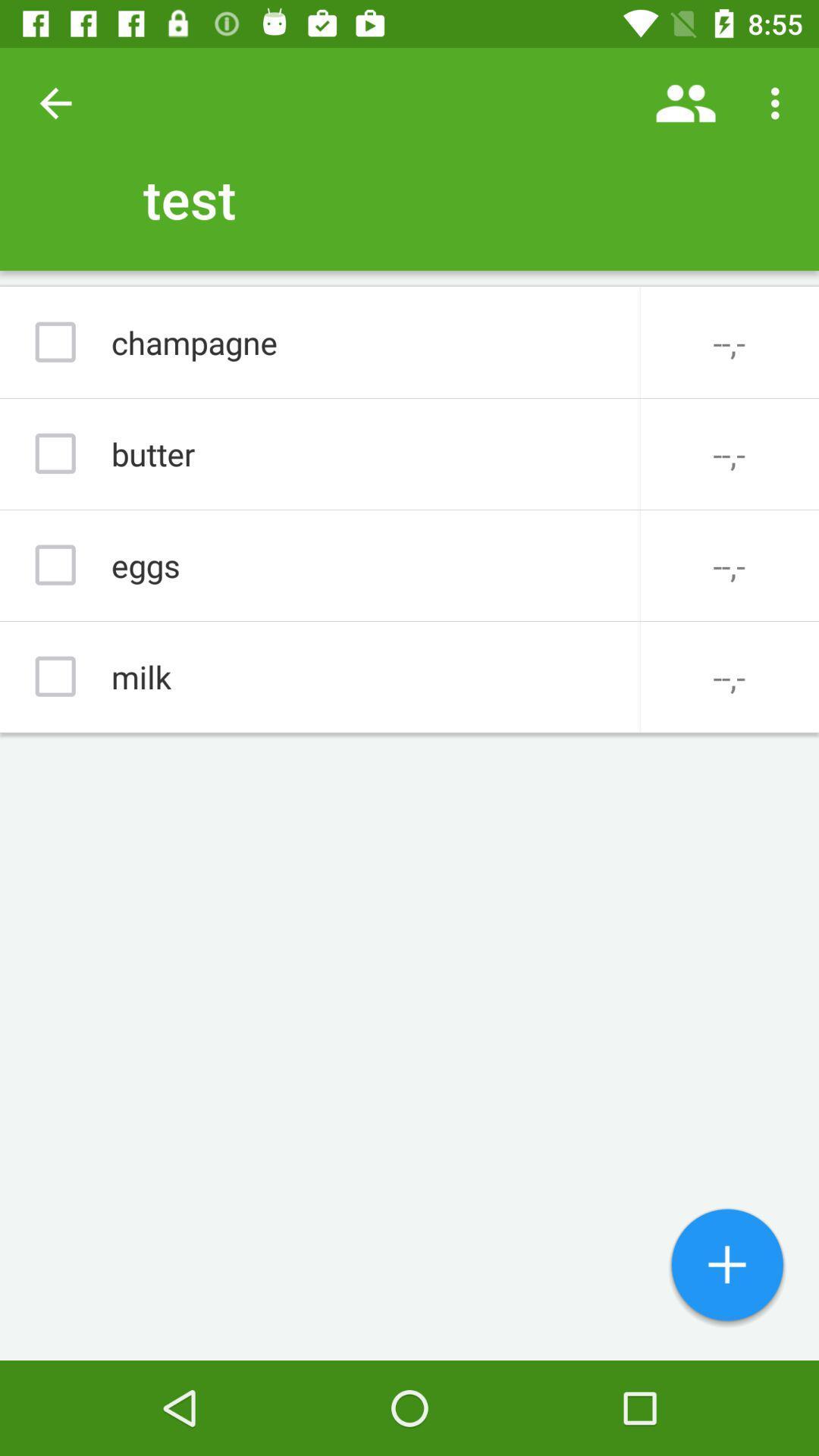 This screenshot has height=1456, width=819. Describe the element at coordinates (726, 1266) in the screenshot. I see `the item at the bottom right corner` at that location.